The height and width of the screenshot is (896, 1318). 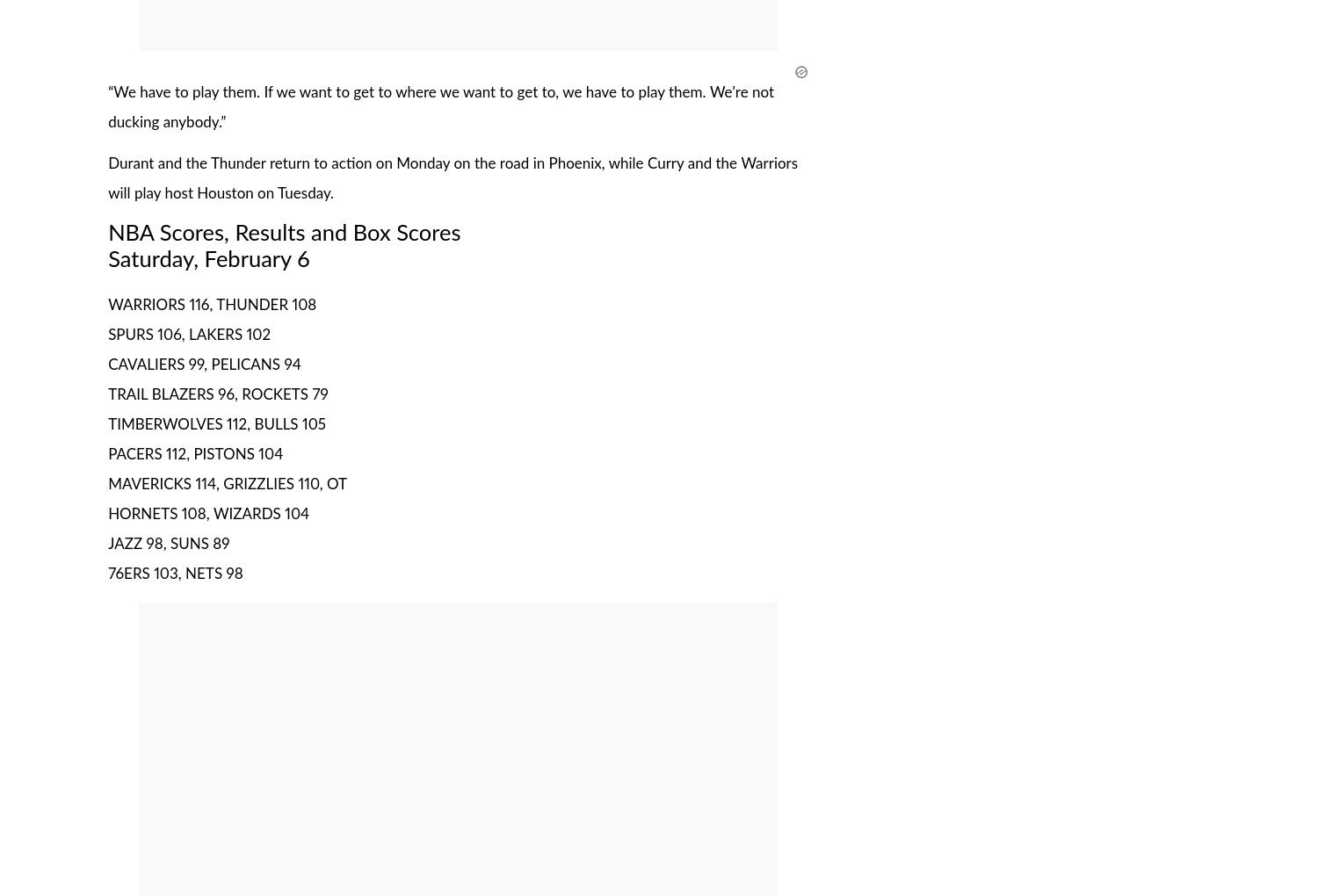 What do you see at coordinates (211, 304) in the screenshot?
I see `'WARRIORS 116, THUNDER 108'` at bounding box center [211, 304].